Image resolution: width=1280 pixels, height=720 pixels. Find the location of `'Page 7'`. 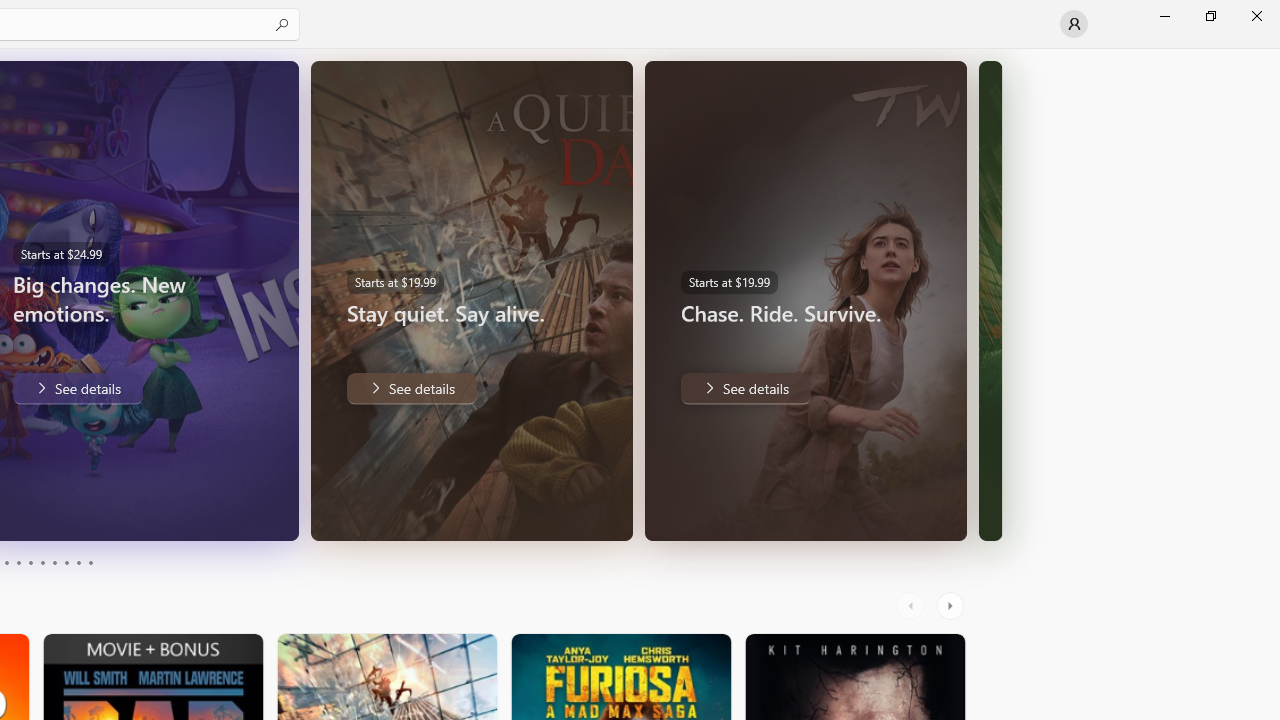

'Page 7' is located at coordinates (54, 563).